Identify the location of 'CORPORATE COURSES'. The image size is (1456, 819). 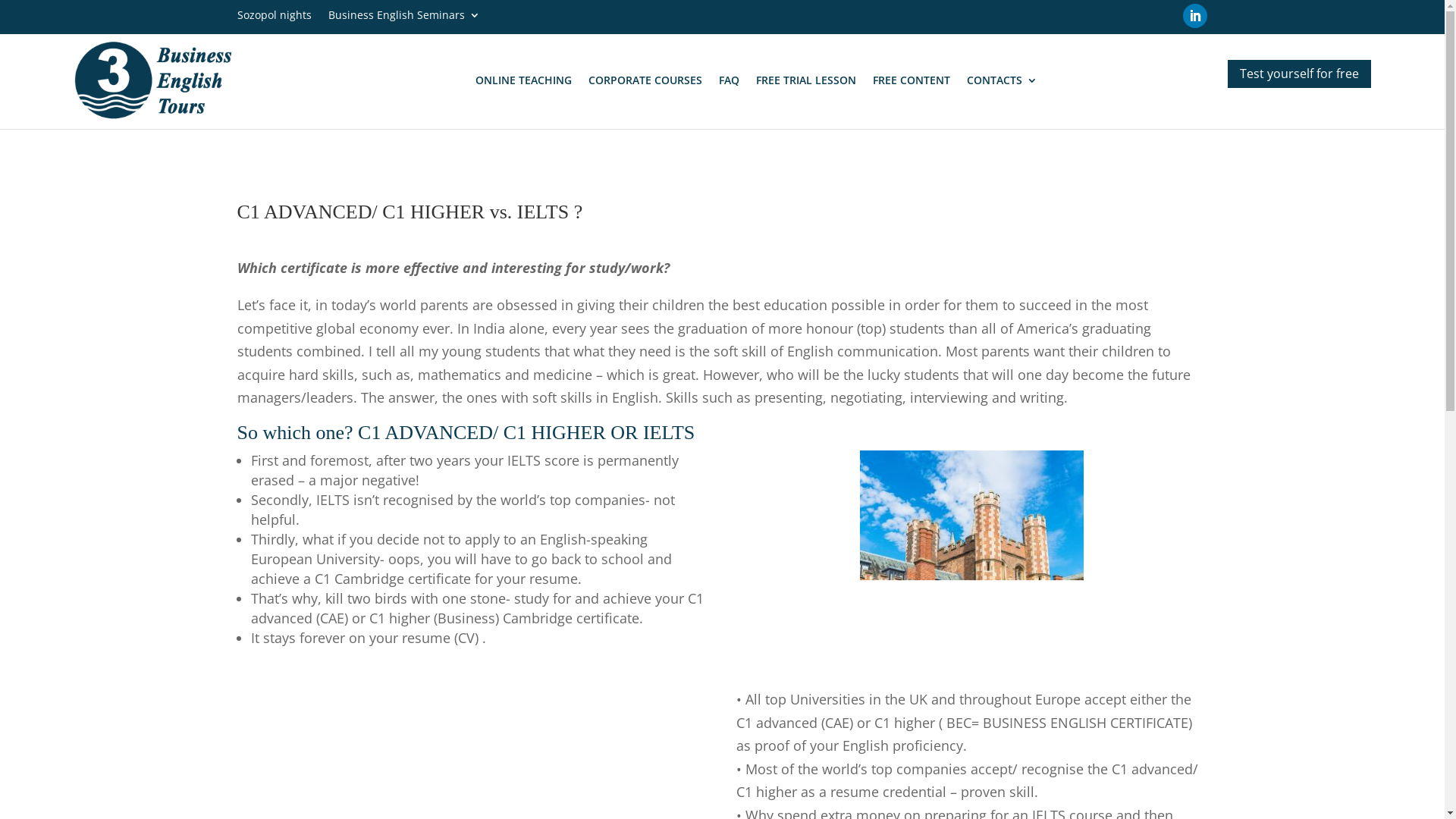
(645, 80).